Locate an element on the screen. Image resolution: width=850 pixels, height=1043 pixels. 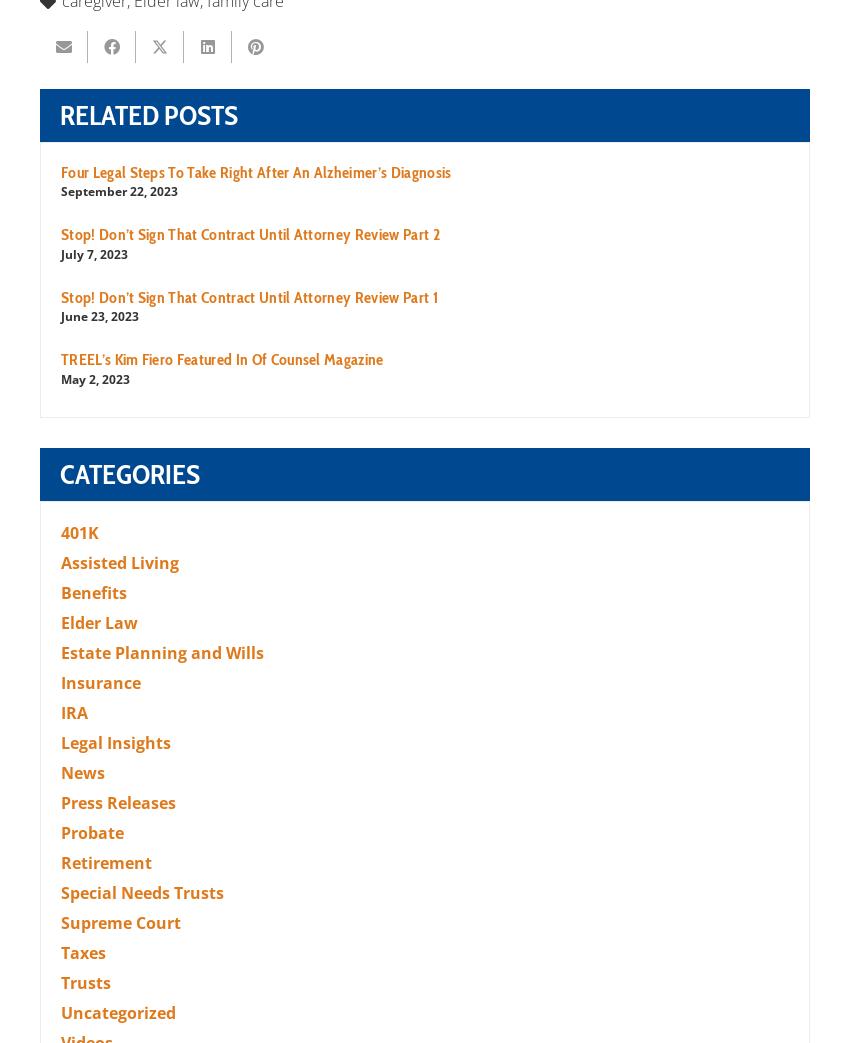
'Press Releases' is located at coordinates (117, 802).